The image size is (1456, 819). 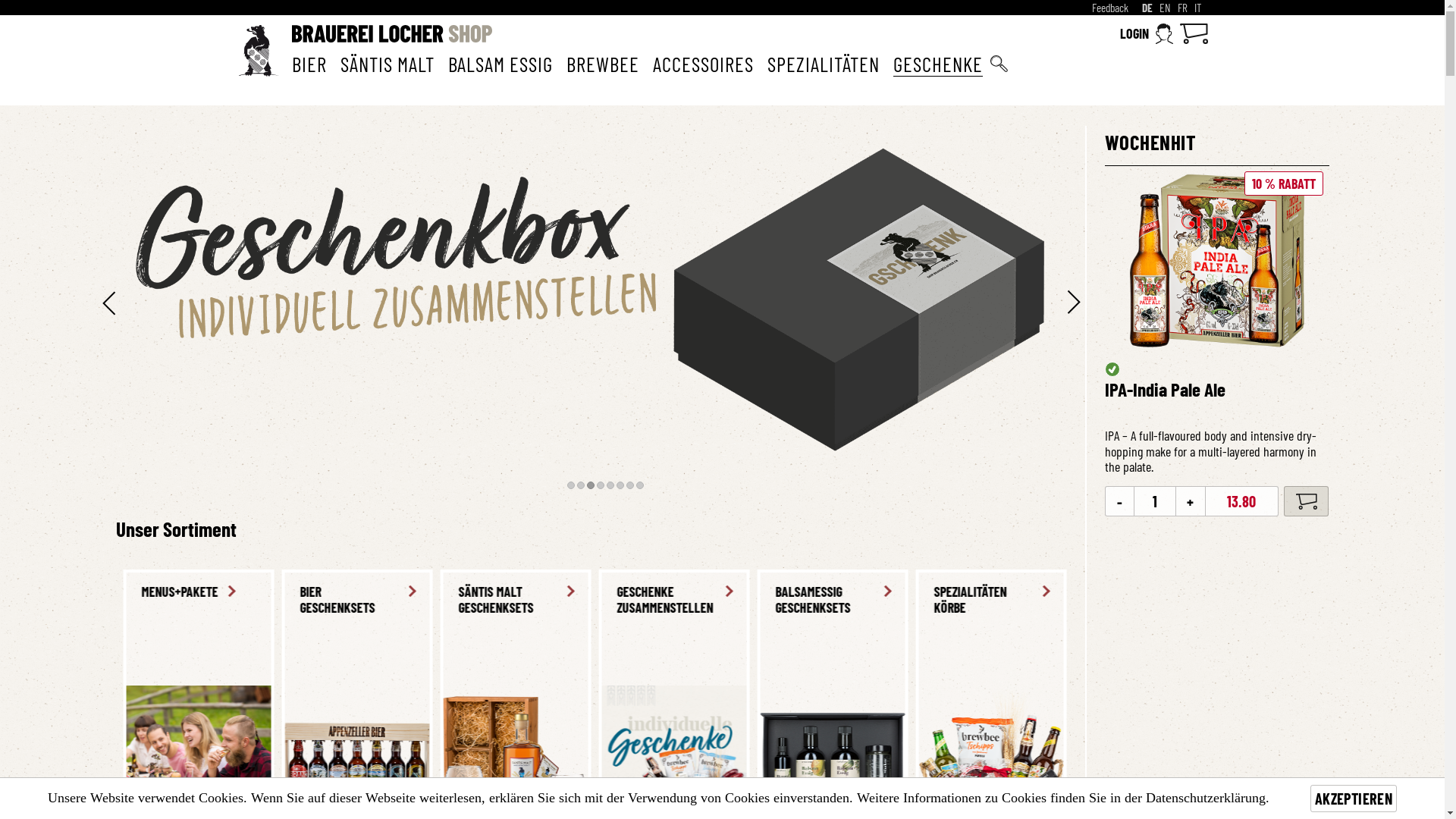 What do you see at coordinates (601, 63) in the screenshot?
I see `'BREWBEE'` at bounding box center [601, 63].